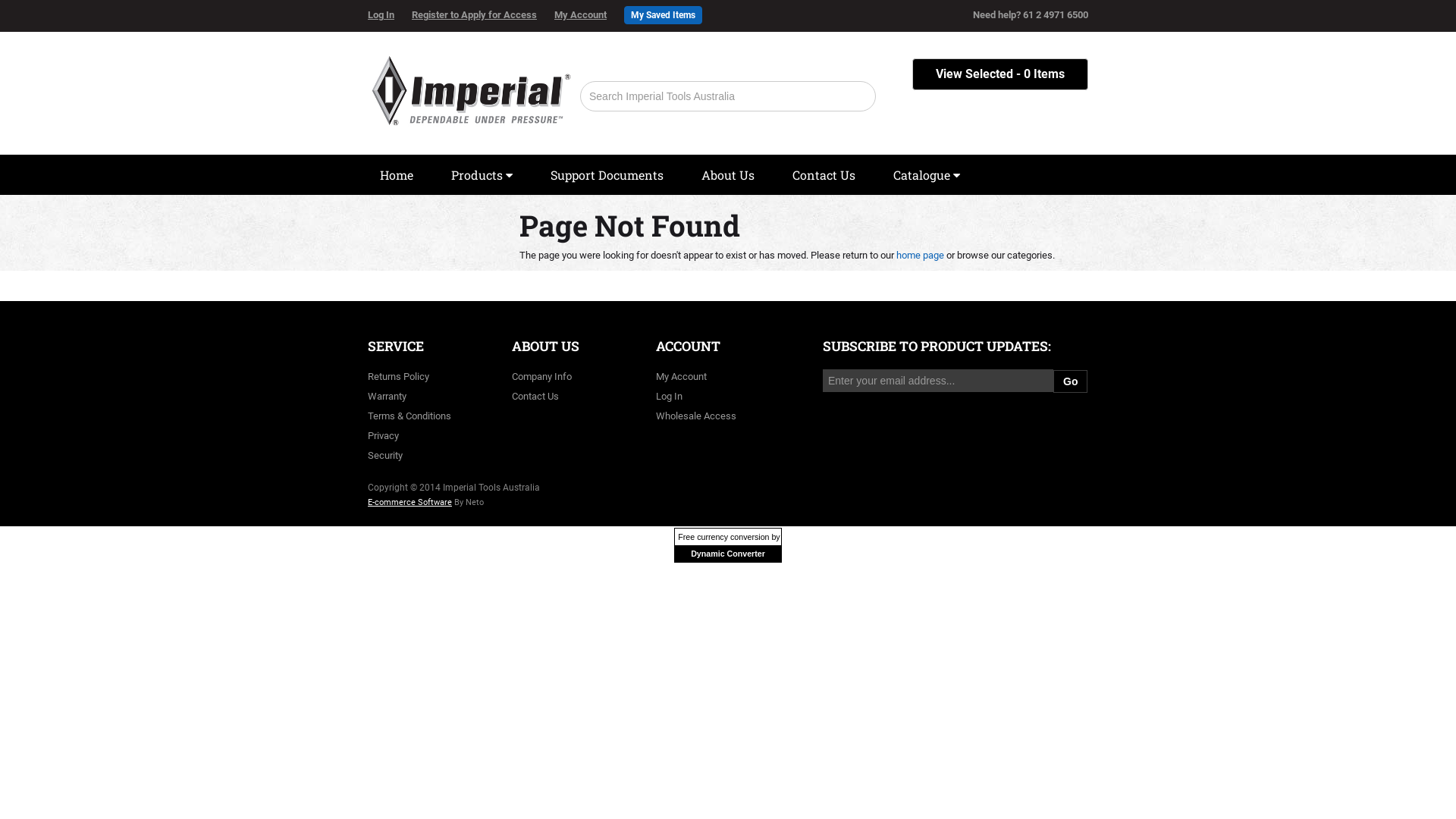 Image resolution: width=1456 pixels, height=819 pixels. I want to click on 'E-commerce Software', so click(409, 502).